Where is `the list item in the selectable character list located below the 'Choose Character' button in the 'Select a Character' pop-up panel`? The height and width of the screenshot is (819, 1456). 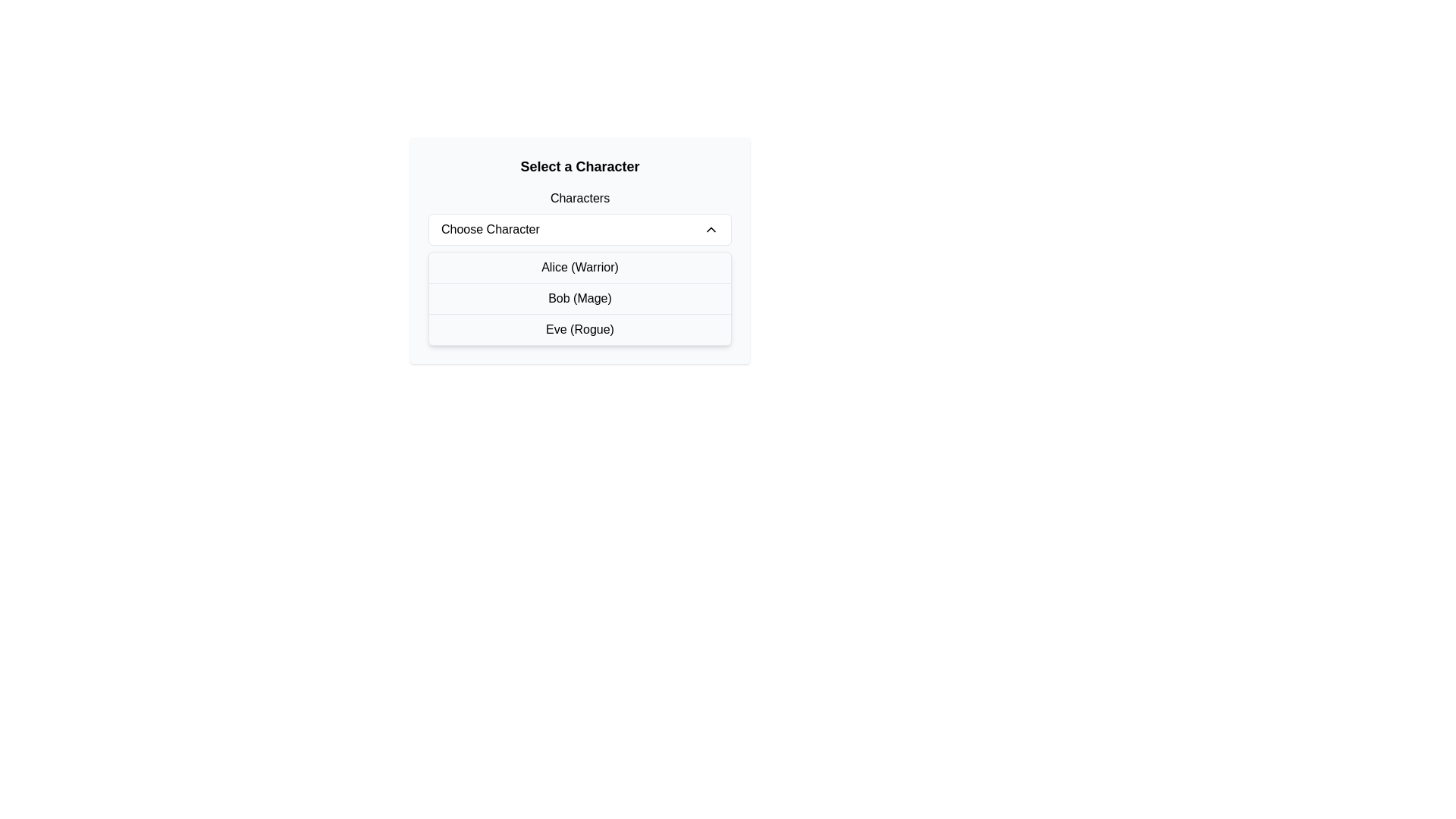 the list item in the selectable character list located below the 'Choose Character' button in the 'Select a Character' pop-up panel is located at coordinates (579, 298).